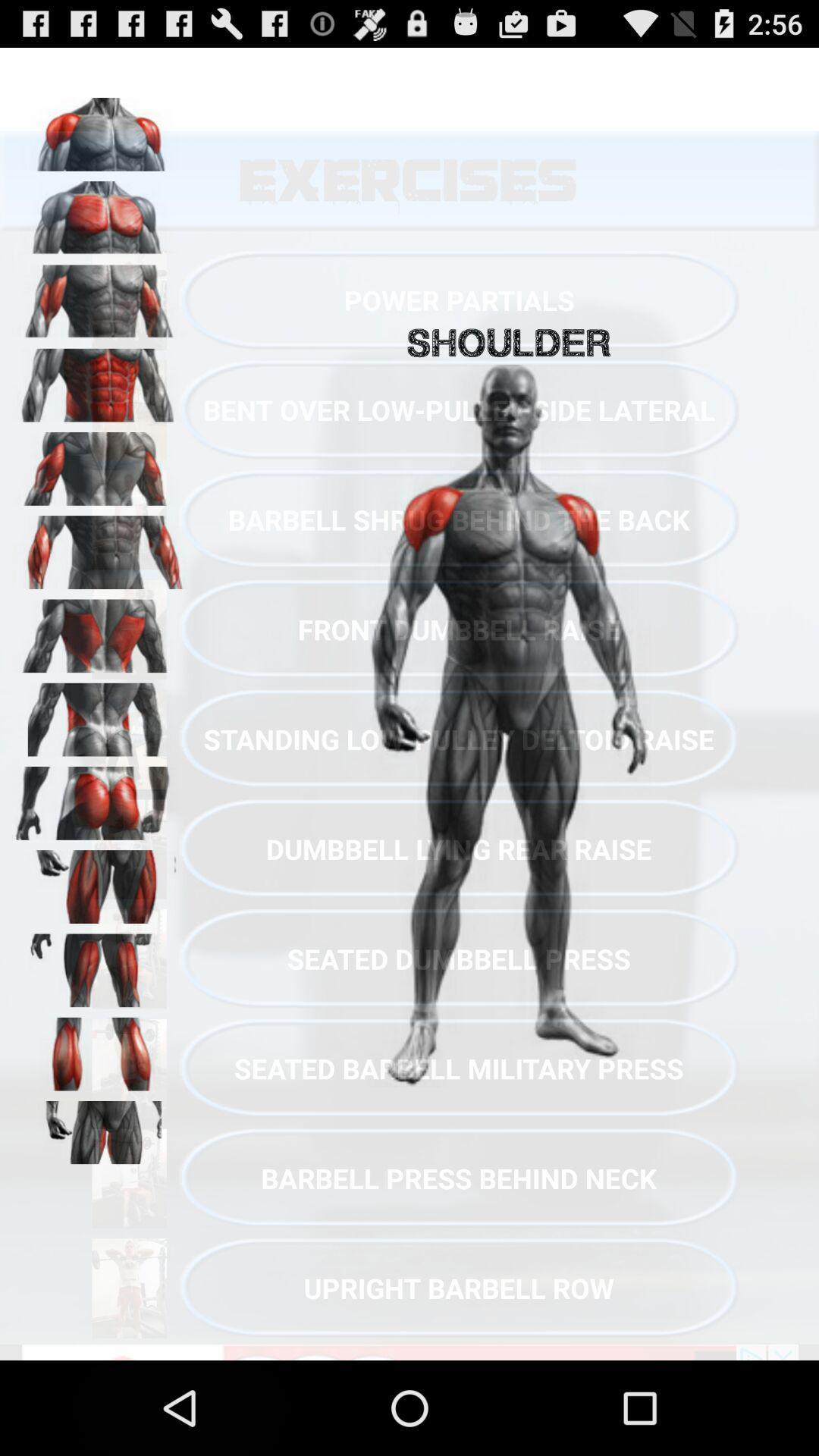 Image resolution: width=819 pixels, height=1456 pixels. What do you see at coordinates (99, 797) in the screenshot?
I see `gluteus maximus` at bounding box center [99, 797].